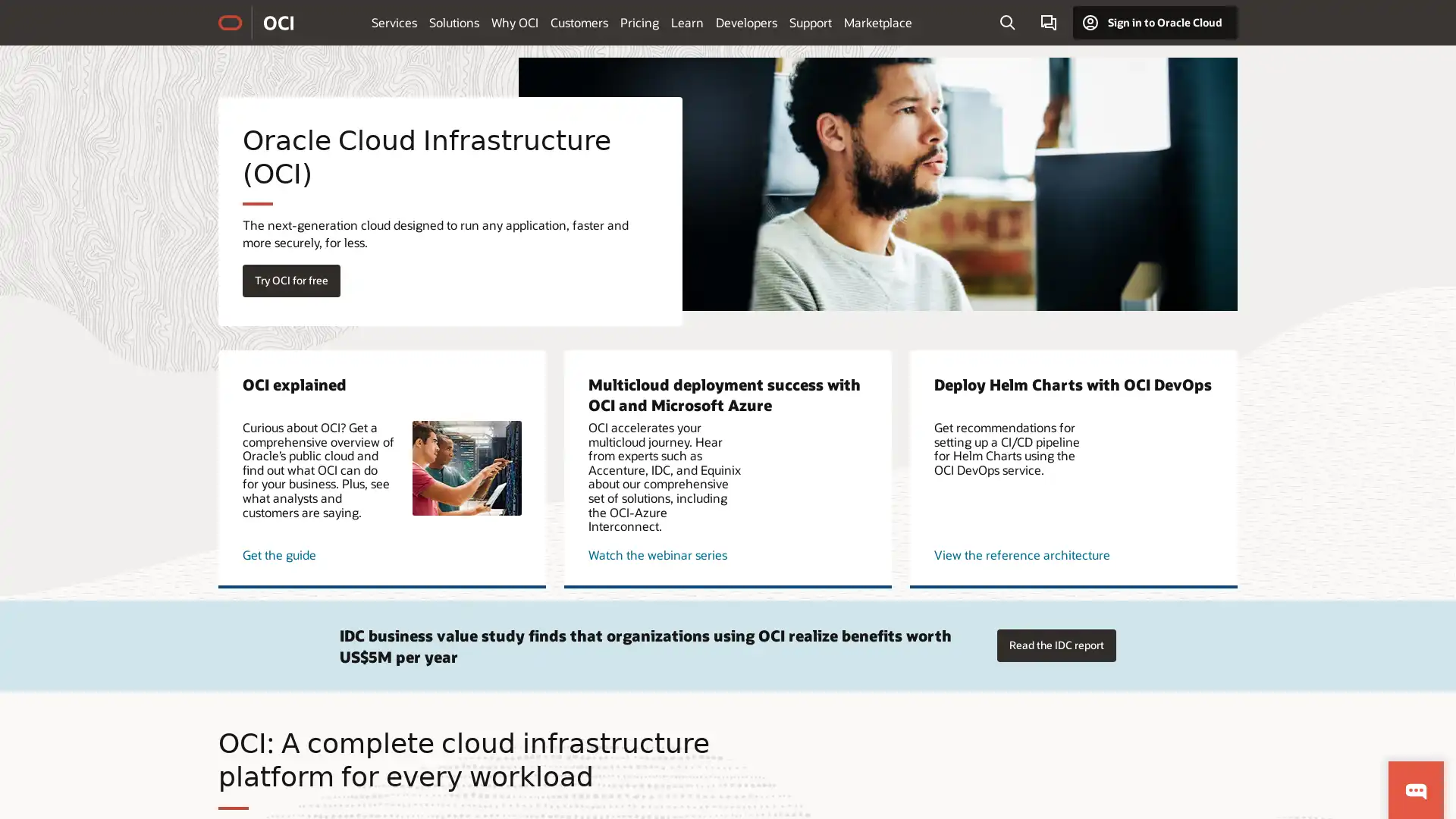 The image size is (1456, 819). What do you see at coordinates (877, 22) in the screenshot?
I see `Marketplace` at bounding box center [877, 22].